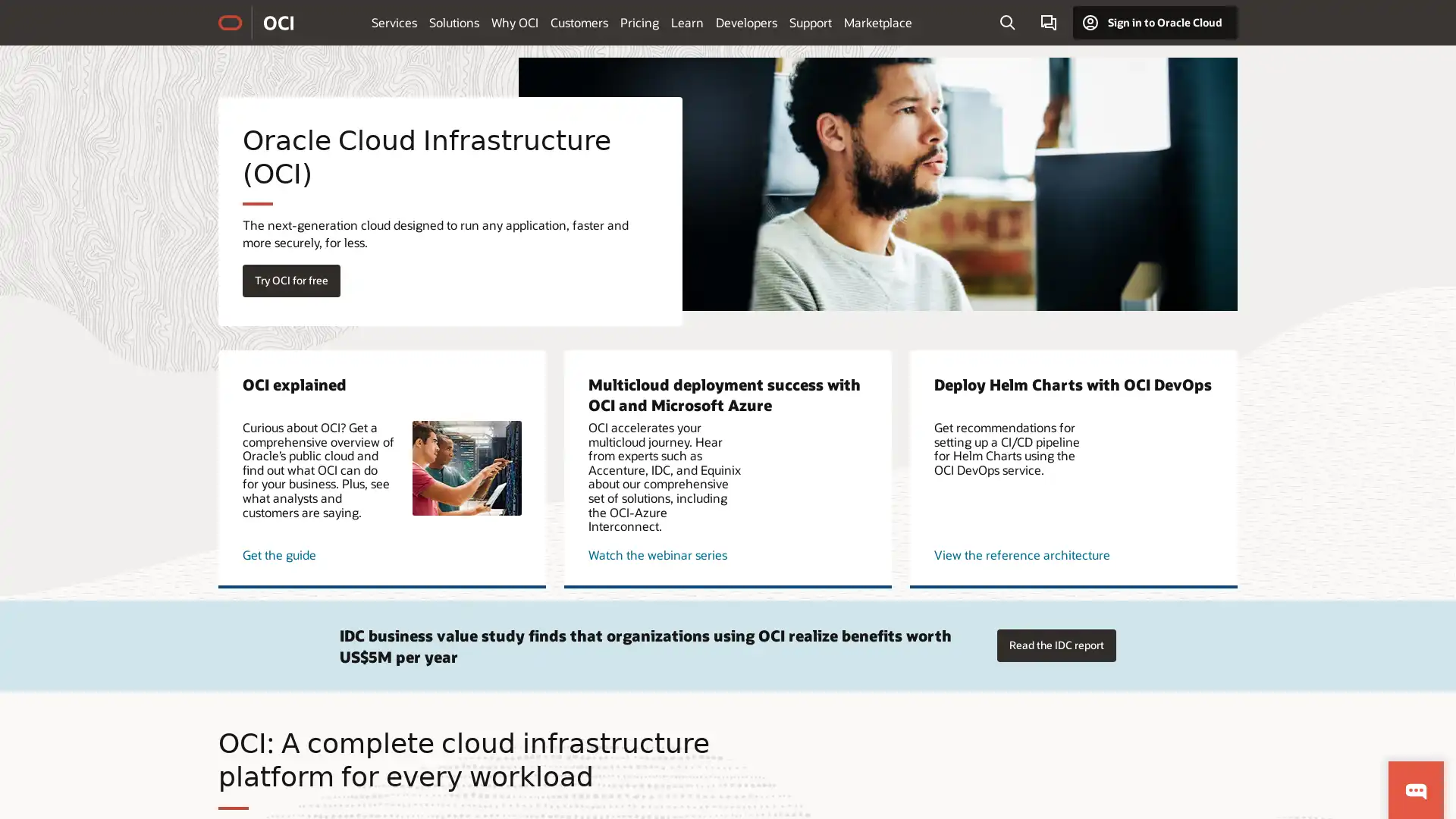 The image size is (1456, 819). What do you see at coordinates (877, 22) in the screenshot?
I see `Marketplace` at bounding box center [877, 22].